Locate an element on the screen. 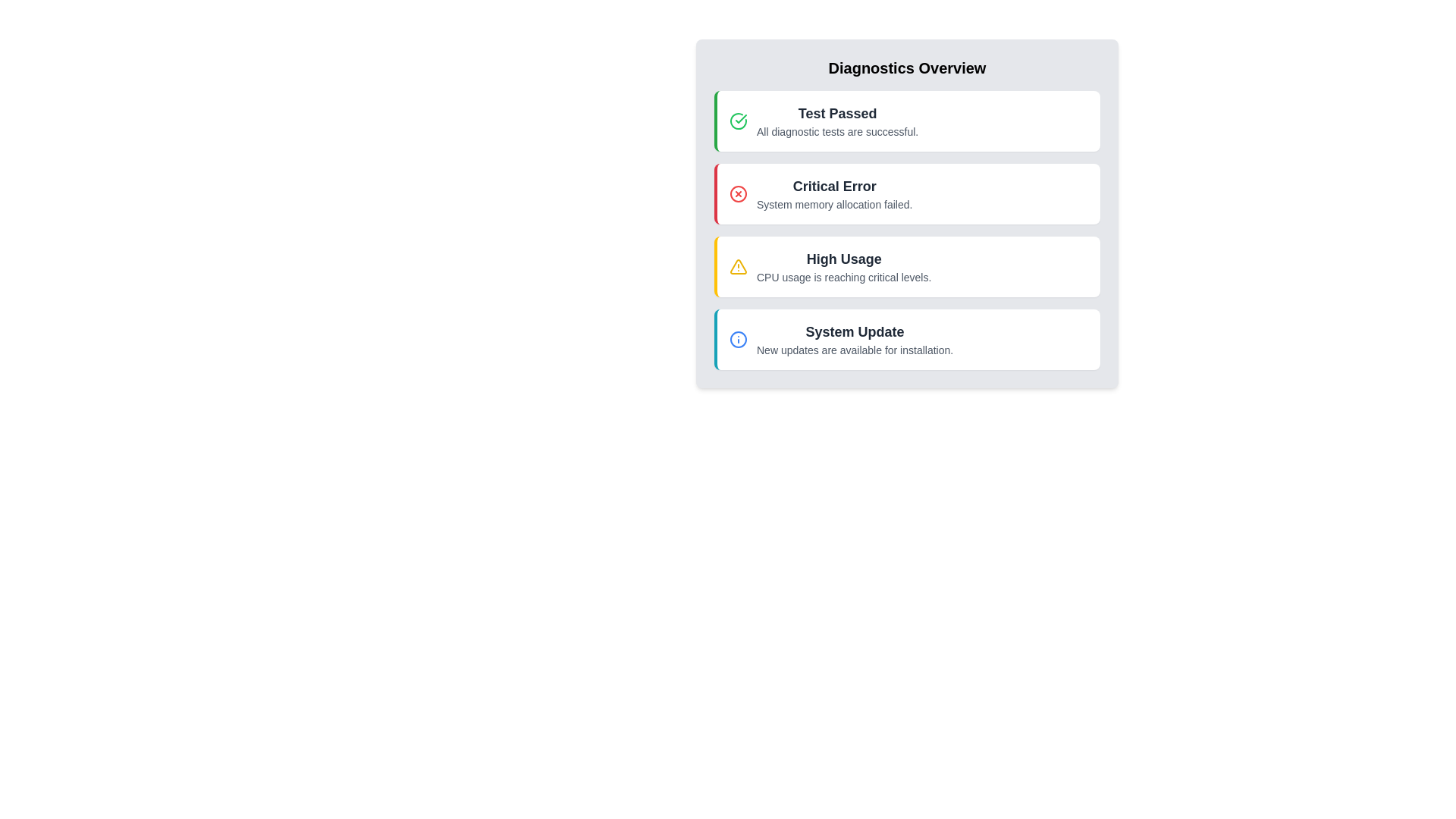 The image size is (1456, 819). the information indicator icon located on the leftmost side next to the 'System Update' heading is located at coordinates (739, 338).